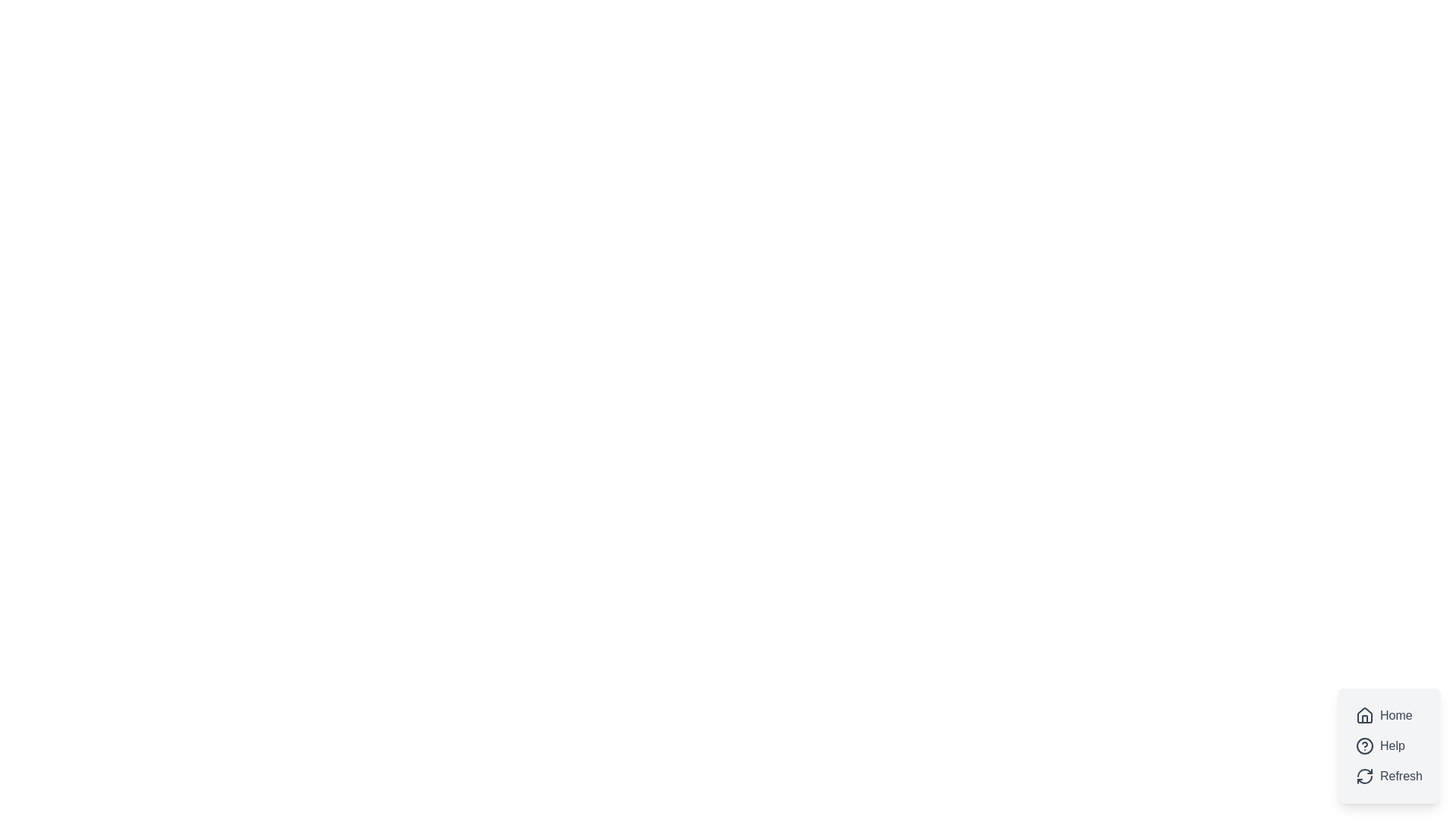  I want to click on the help icon located in the vertical list of options, so click(1365, 745).